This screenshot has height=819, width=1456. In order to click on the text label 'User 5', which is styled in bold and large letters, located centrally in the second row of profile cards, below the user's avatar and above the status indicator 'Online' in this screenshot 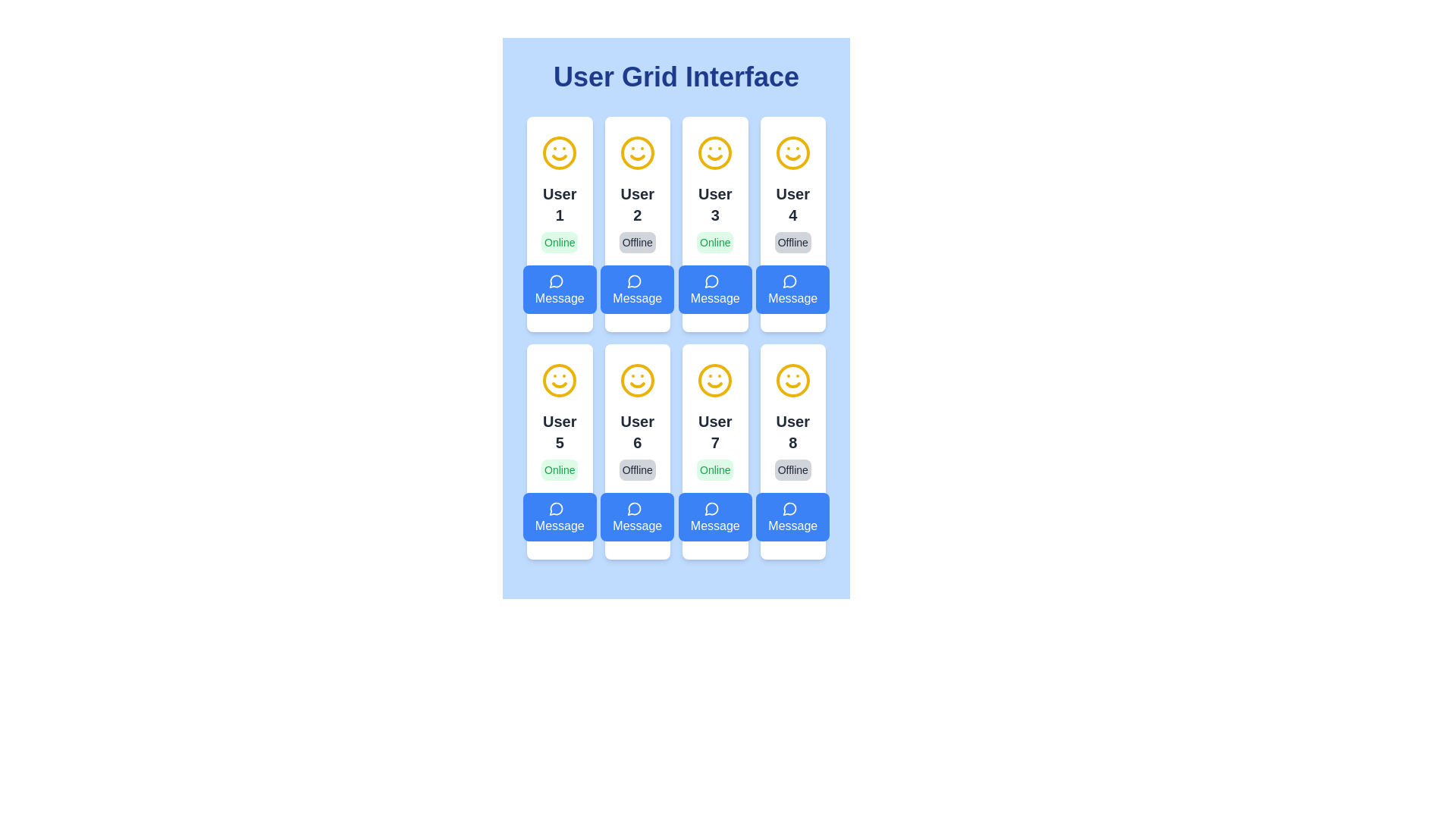, I will do `click(559, 432)`.